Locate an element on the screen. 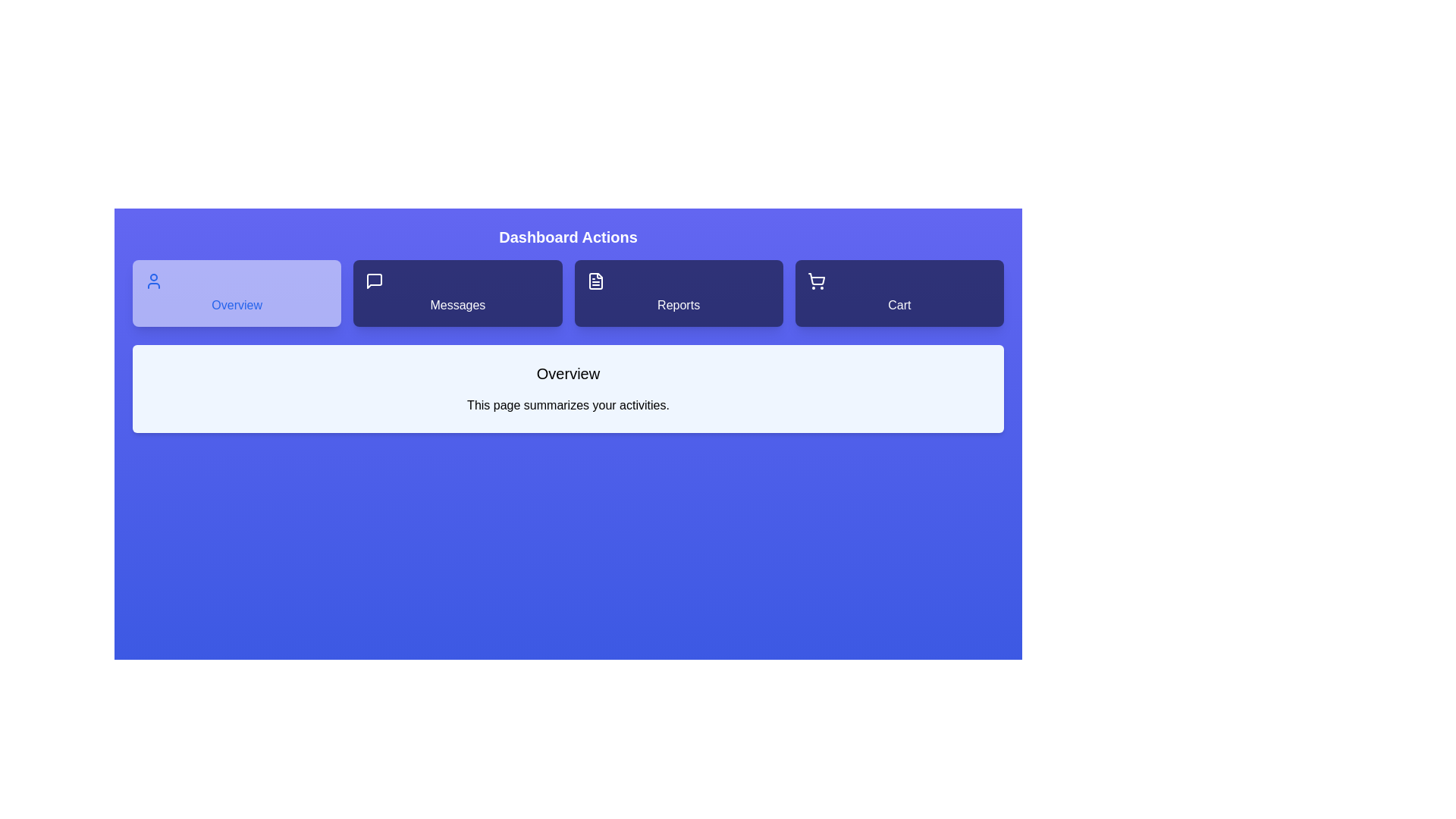  the Cart tab to view its content is located at coordinates (899, 293).